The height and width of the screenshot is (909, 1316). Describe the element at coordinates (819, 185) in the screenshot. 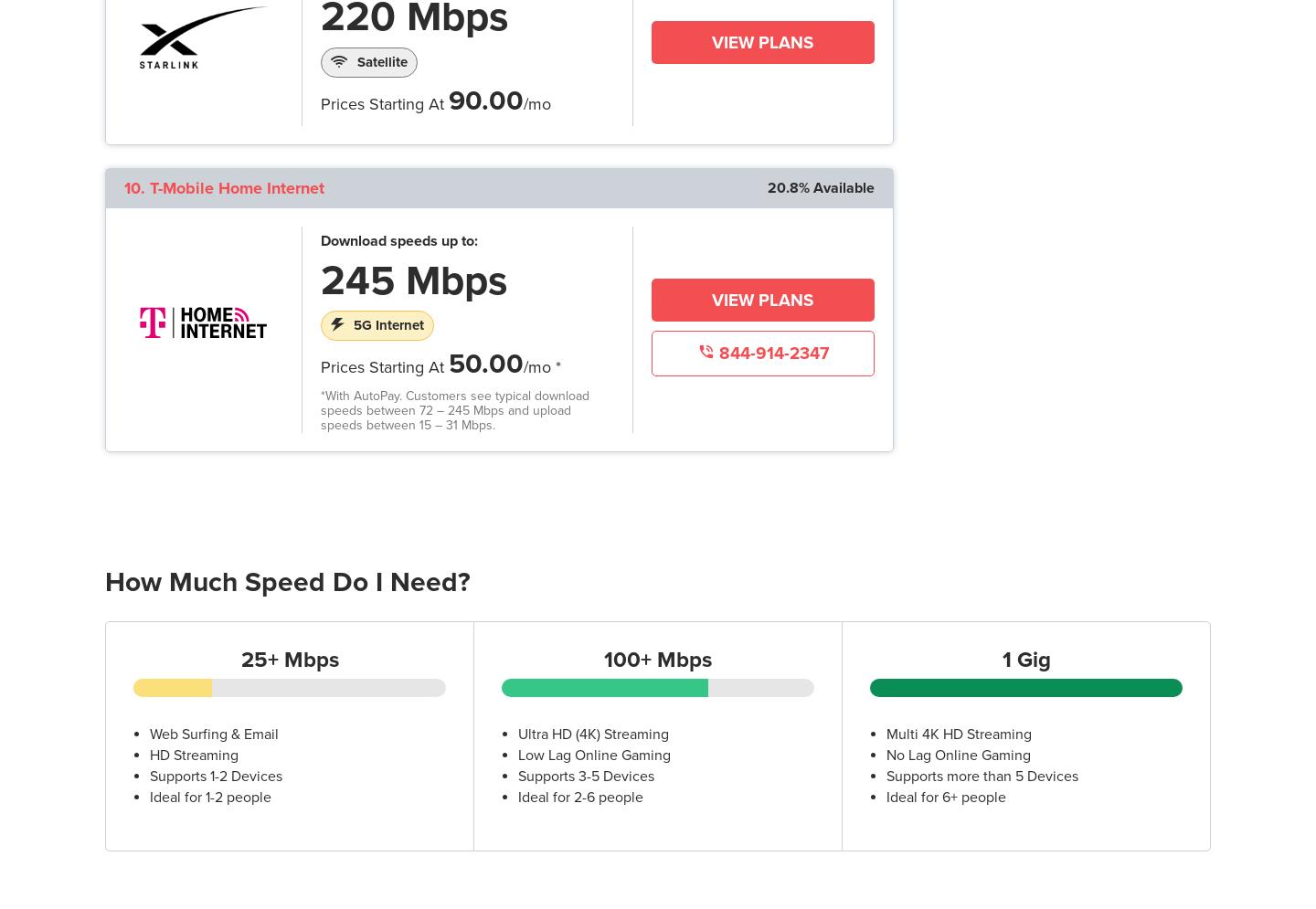

I see `'20.8% Available'` at that location.